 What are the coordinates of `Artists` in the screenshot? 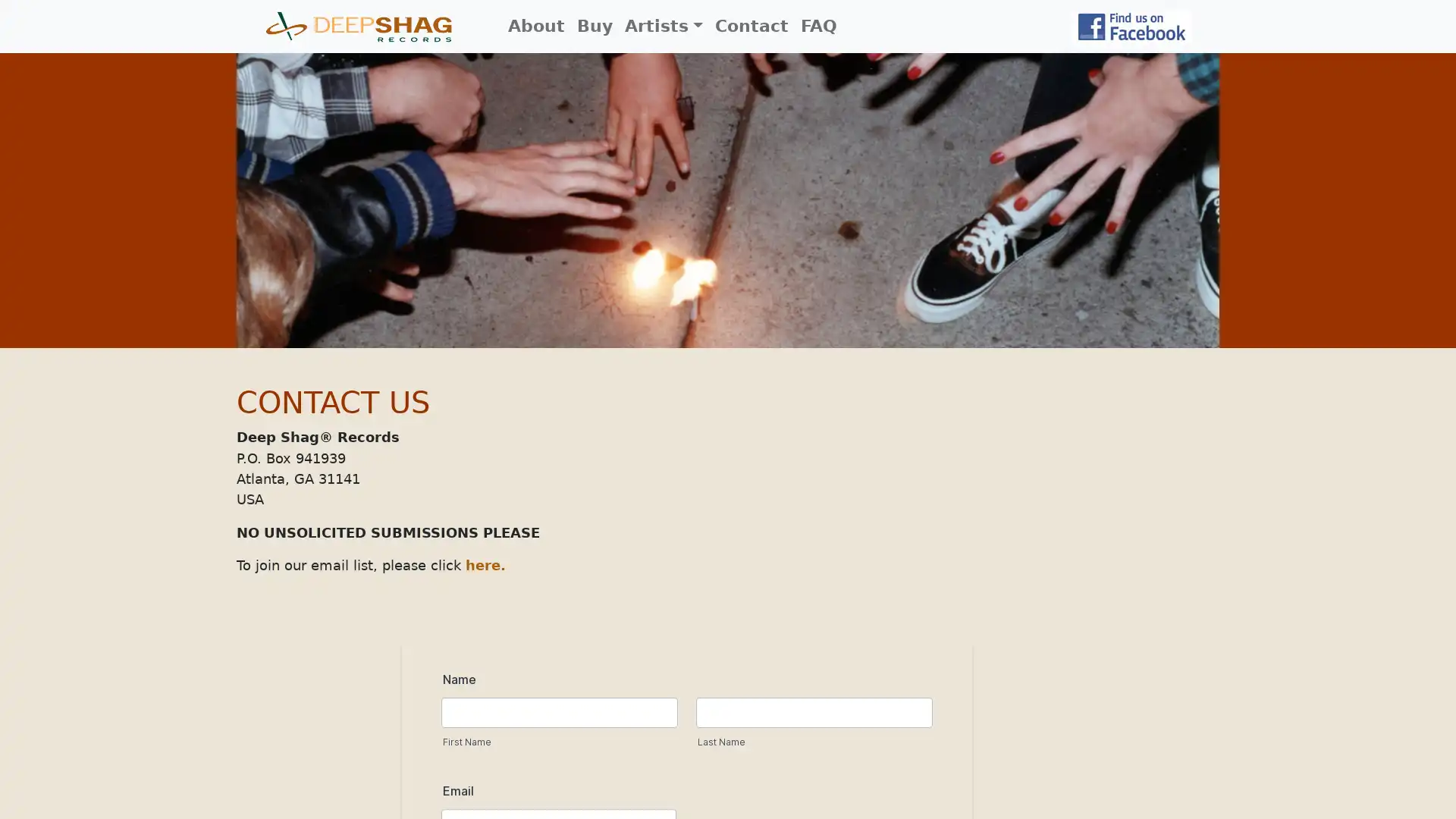 It's located at (663, 26).